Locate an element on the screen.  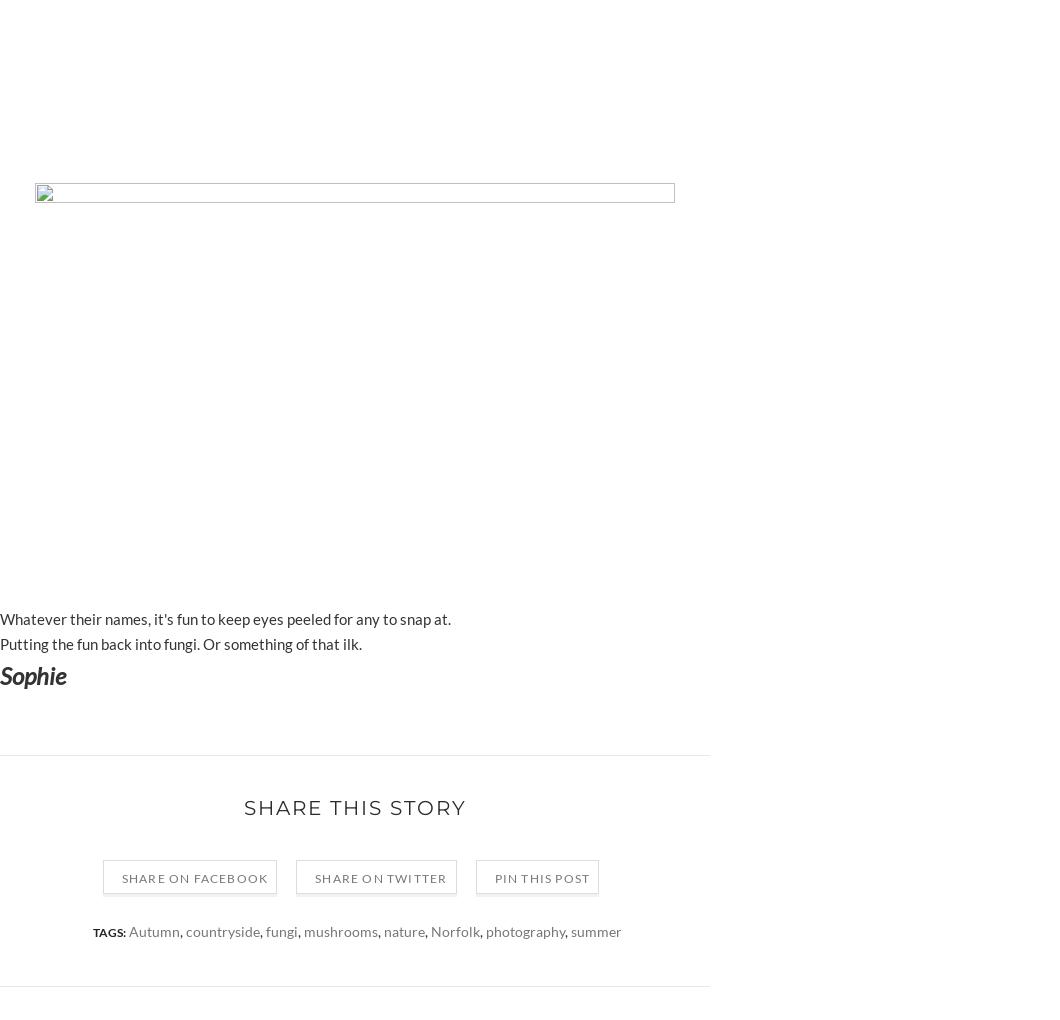
'nature' is located at coordinates (403, 931).